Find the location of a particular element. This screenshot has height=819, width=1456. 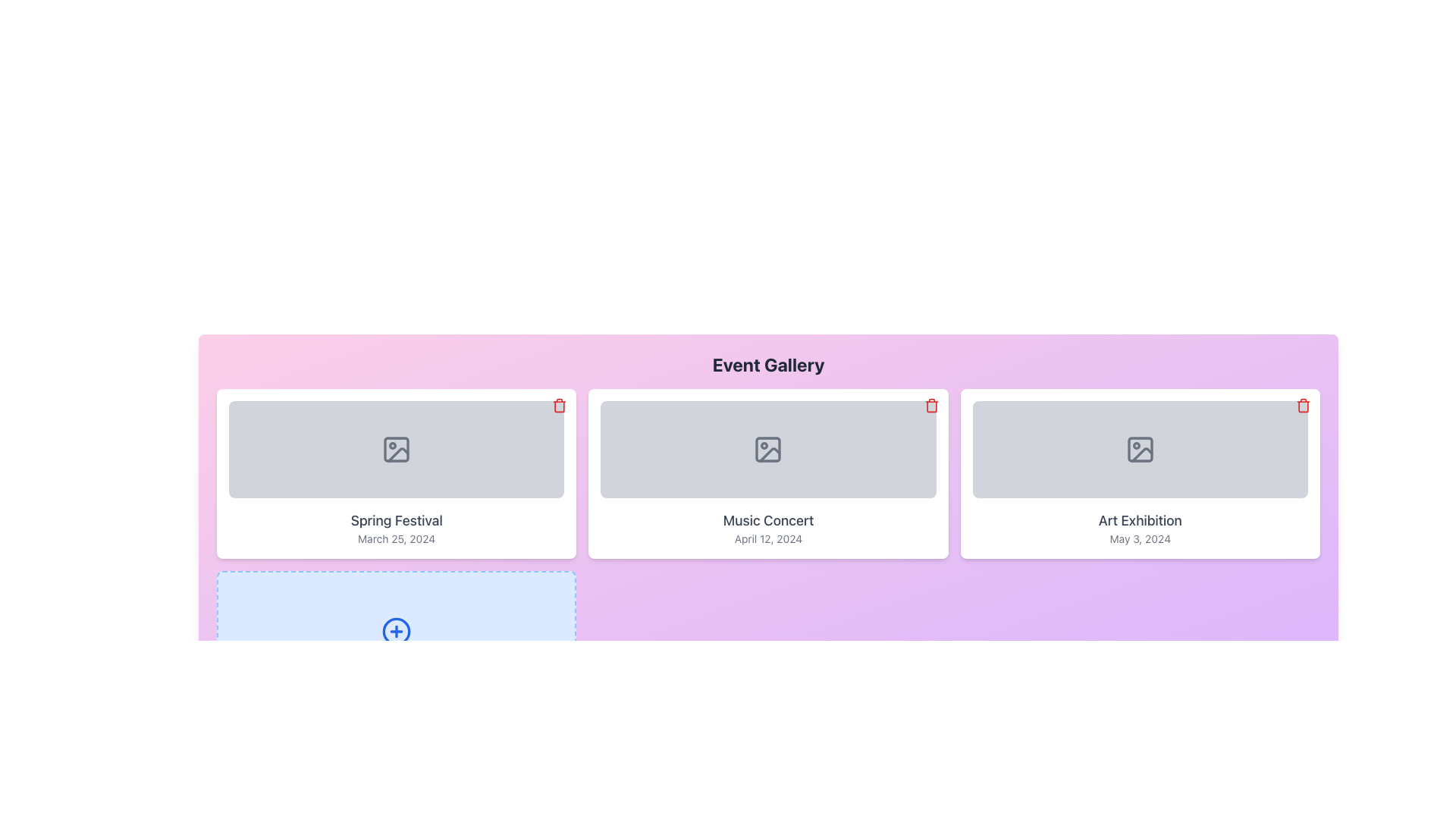

the static text indicating the scheduled date of the 'Music Concert' event, which is located beneath the main title text 'Music Concert' within its card is located at coordinates (768, 538).